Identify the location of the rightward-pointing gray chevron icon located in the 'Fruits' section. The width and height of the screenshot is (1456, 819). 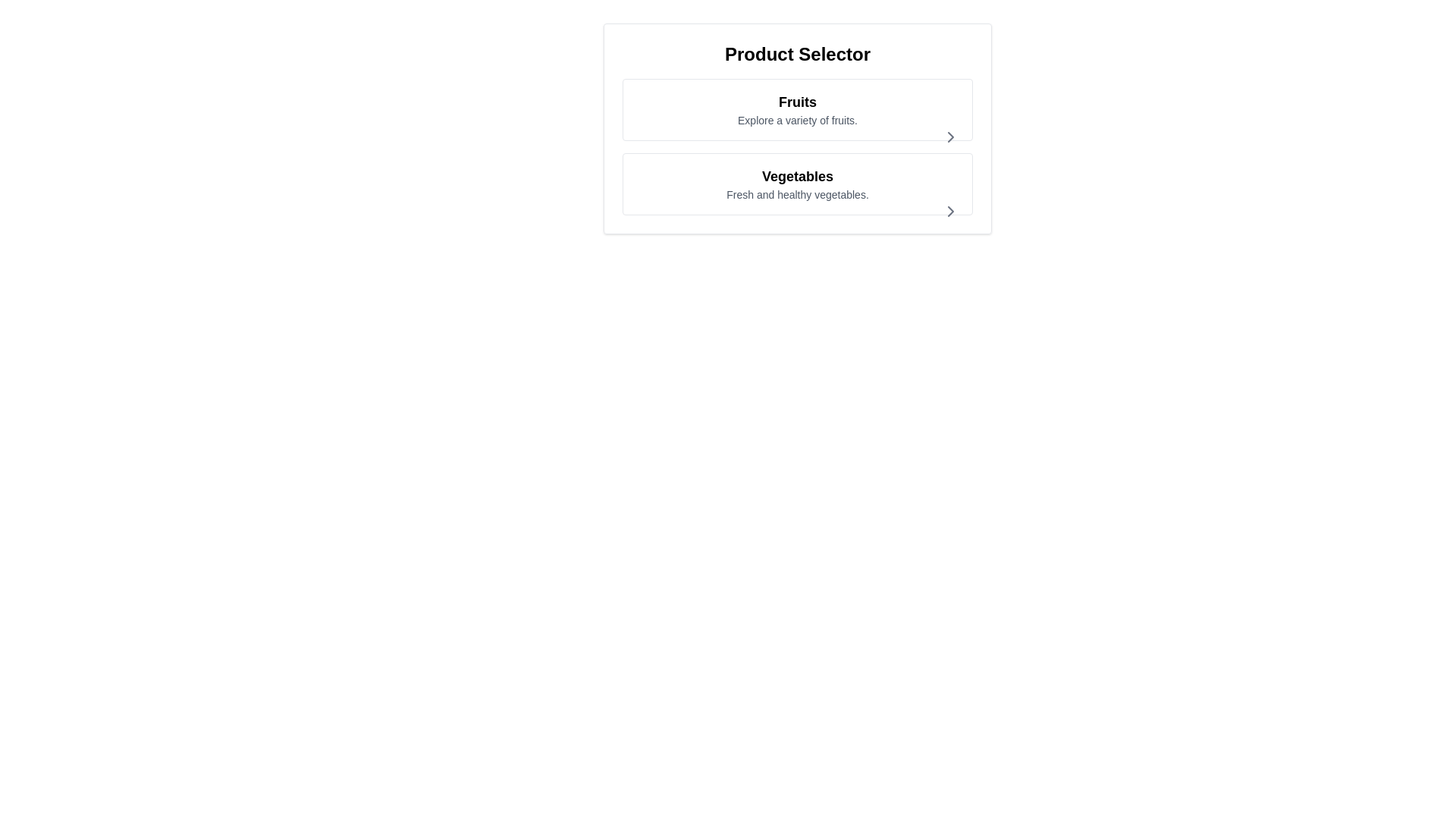
(949, 137).